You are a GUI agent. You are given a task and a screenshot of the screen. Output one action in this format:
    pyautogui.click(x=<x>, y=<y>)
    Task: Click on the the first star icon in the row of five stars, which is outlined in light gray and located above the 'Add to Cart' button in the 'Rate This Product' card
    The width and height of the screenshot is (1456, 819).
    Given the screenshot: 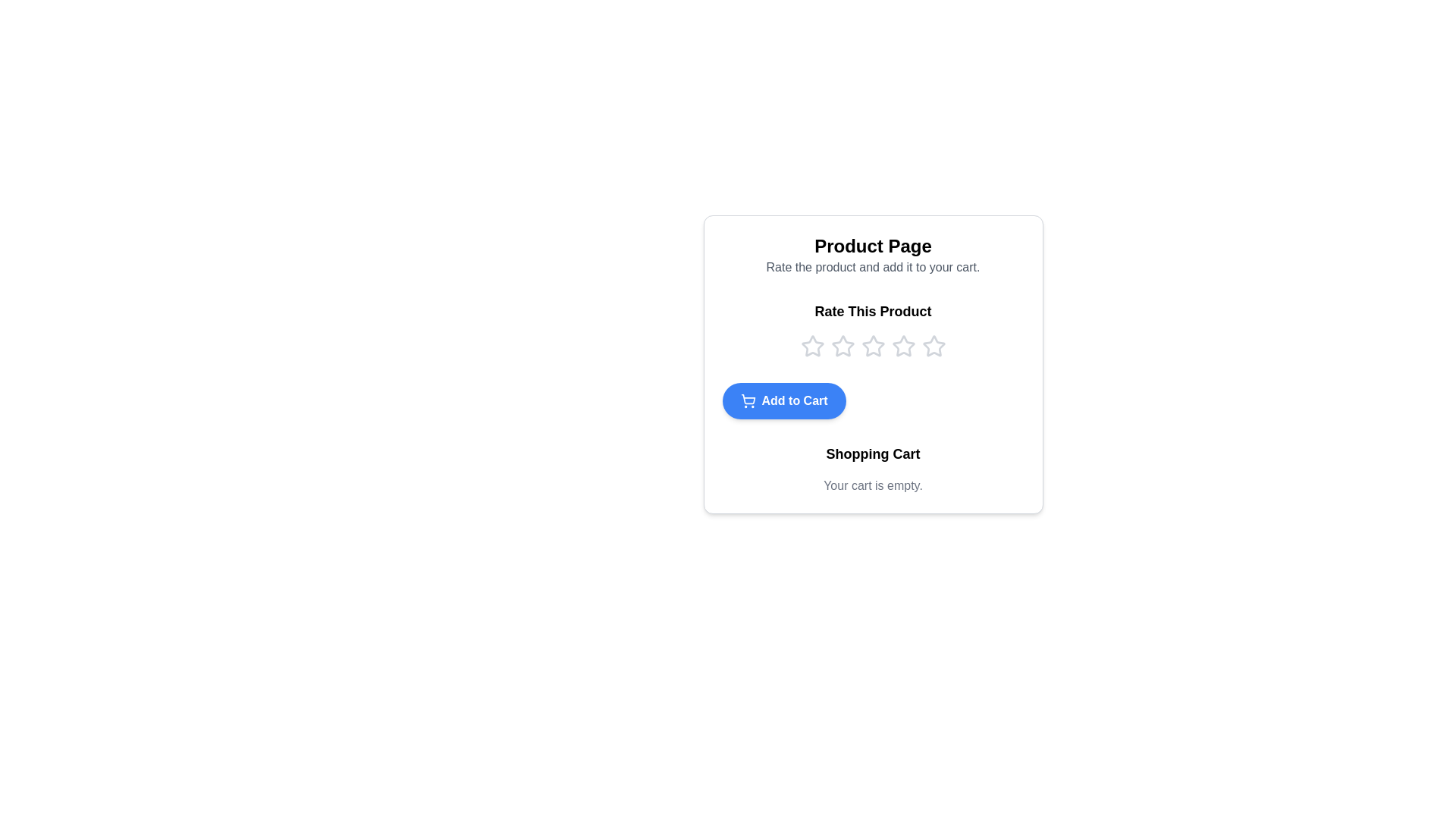 What is the action you would take?
    pyautogui.click(x=811, y=346)
    